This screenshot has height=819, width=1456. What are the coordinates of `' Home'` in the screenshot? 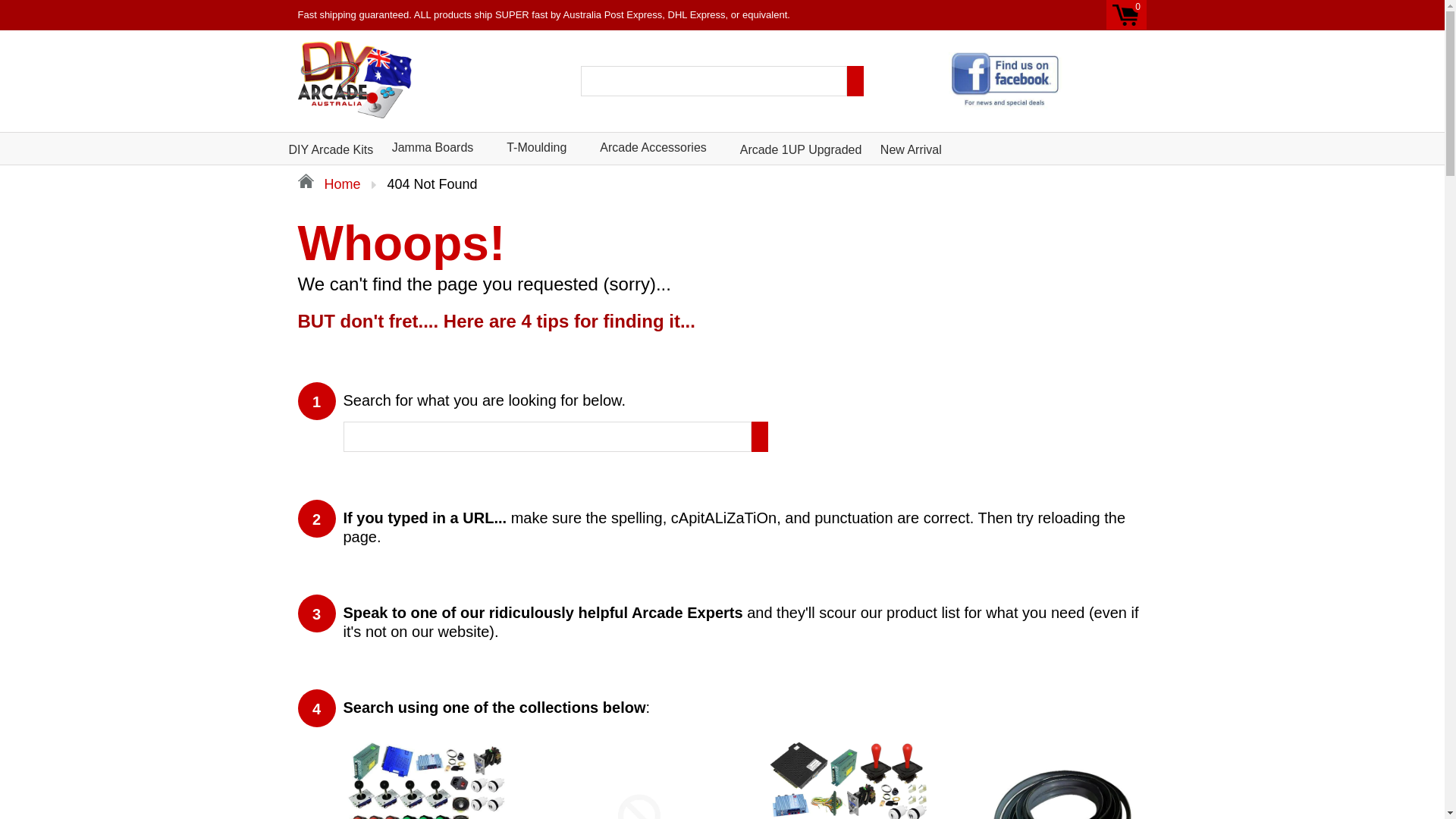 It's located at (297, 184).